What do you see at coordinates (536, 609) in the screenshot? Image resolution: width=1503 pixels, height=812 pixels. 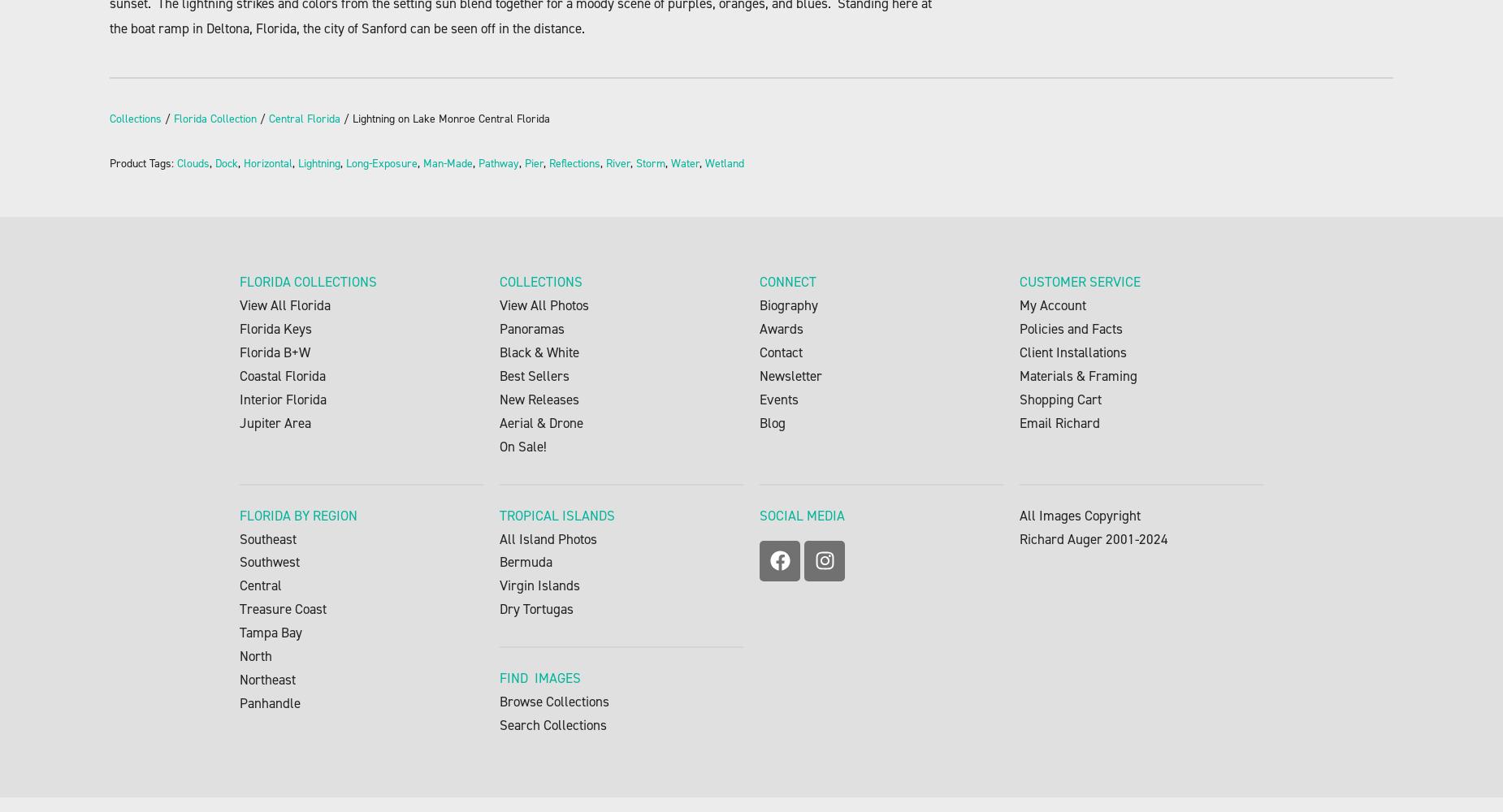 I see `'Dry Tortugas'` at bounding box center [536, 609].